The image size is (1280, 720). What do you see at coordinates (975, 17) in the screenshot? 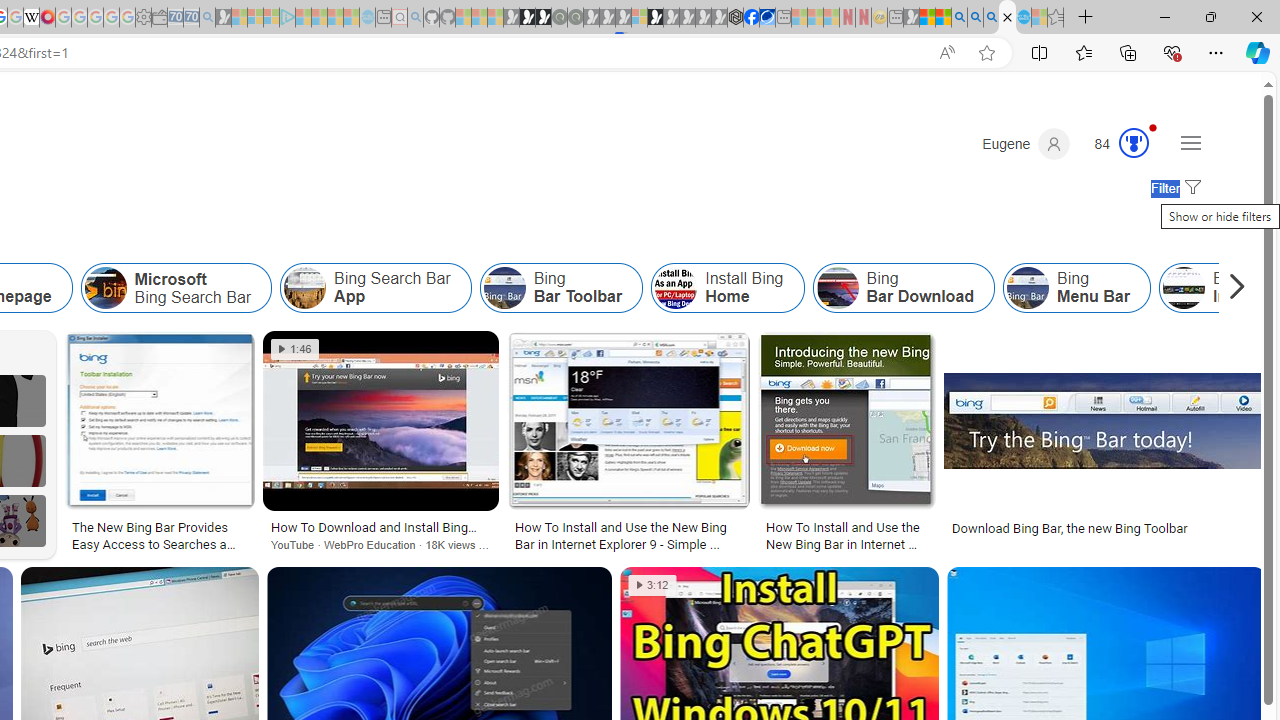
I see `'2009 Bing officially replaced Live Search on June 3 - Search'` at bounding box center [975, 17].